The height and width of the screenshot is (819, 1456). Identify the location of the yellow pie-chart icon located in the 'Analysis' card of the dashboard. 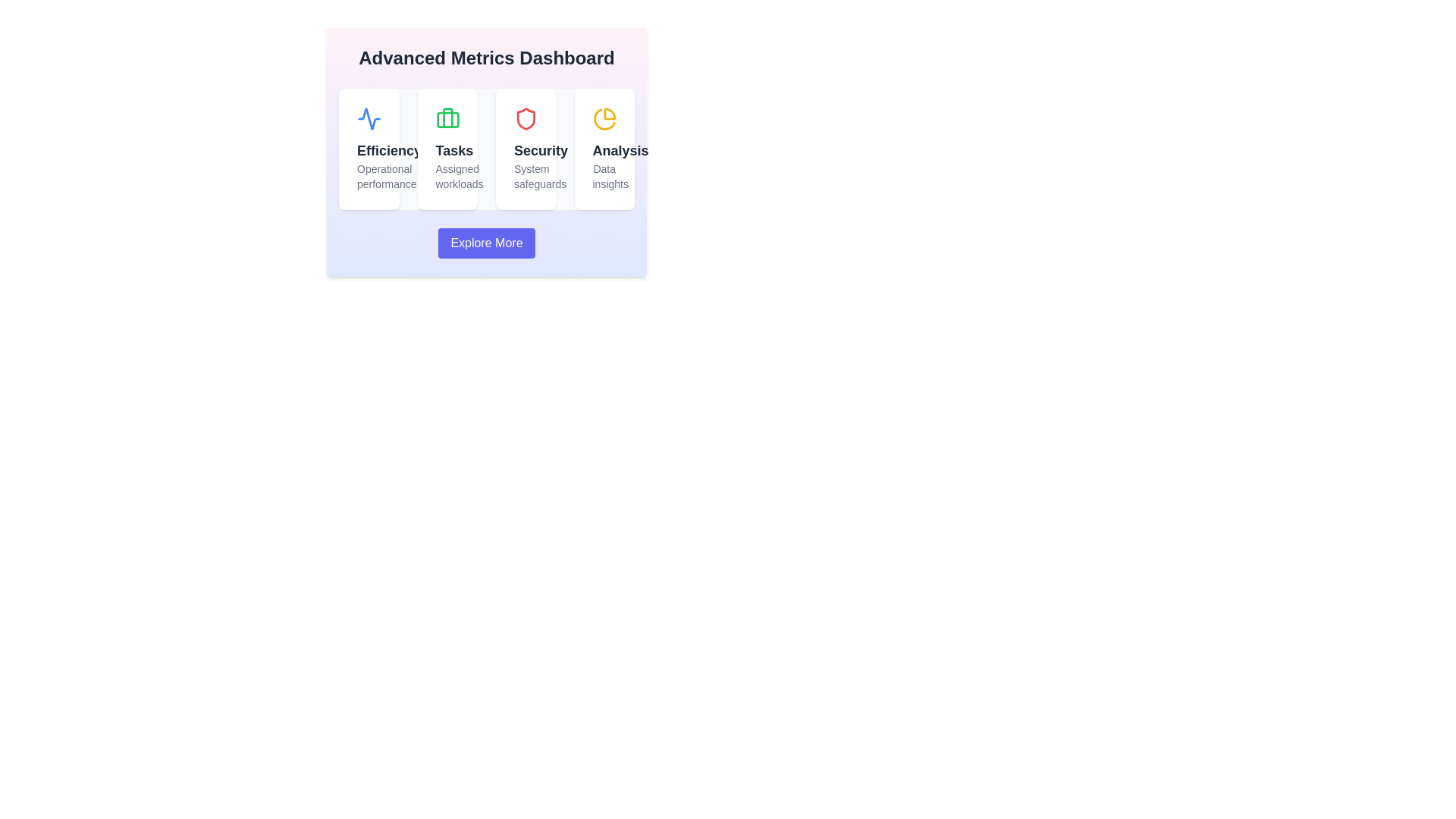
(604, 118).